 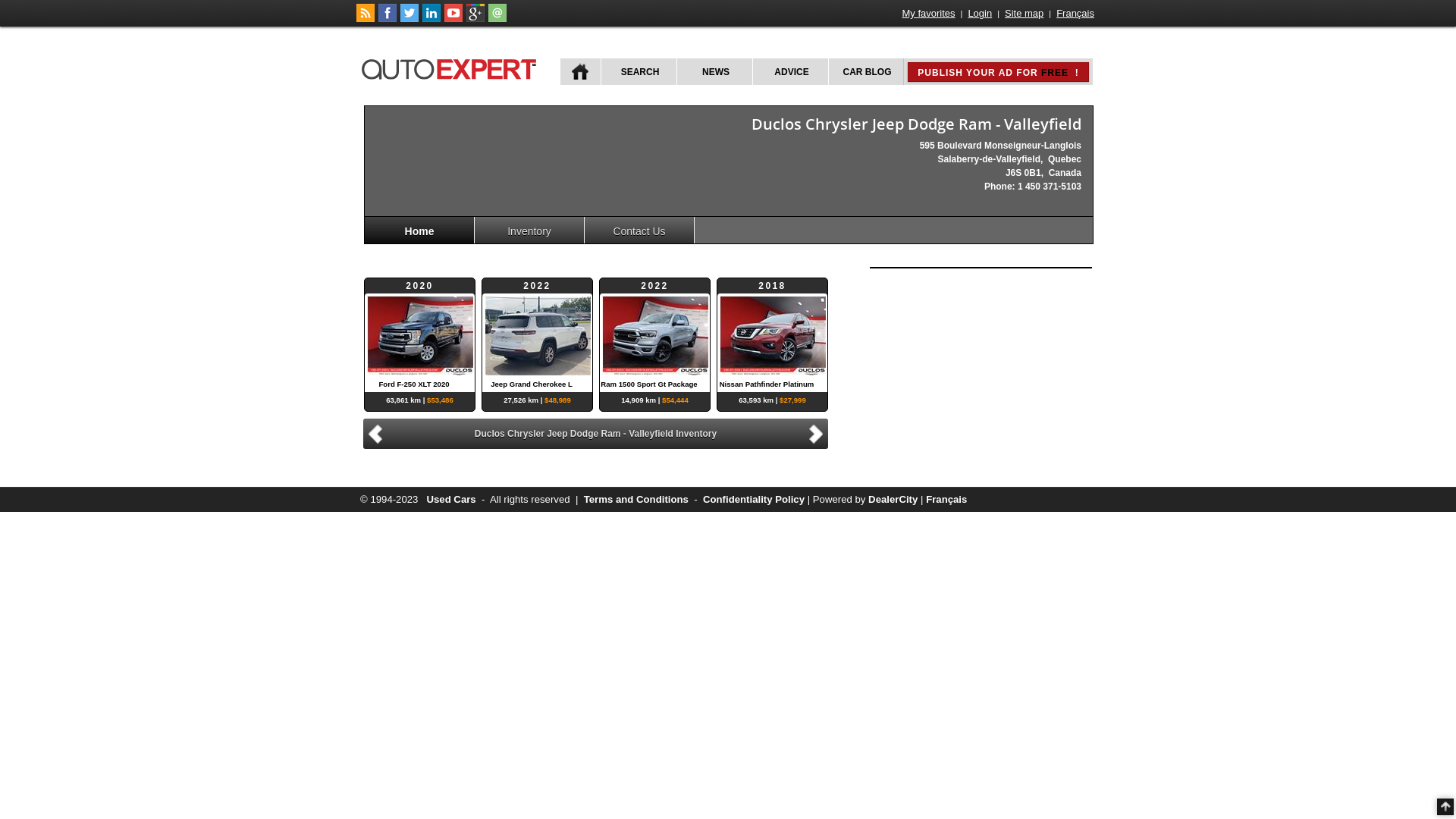 What do you see at coordinates (365, 18) in the screenshot?
I see `'Follow car news on autoExpert.ca'` at bounding box center [365, 18].